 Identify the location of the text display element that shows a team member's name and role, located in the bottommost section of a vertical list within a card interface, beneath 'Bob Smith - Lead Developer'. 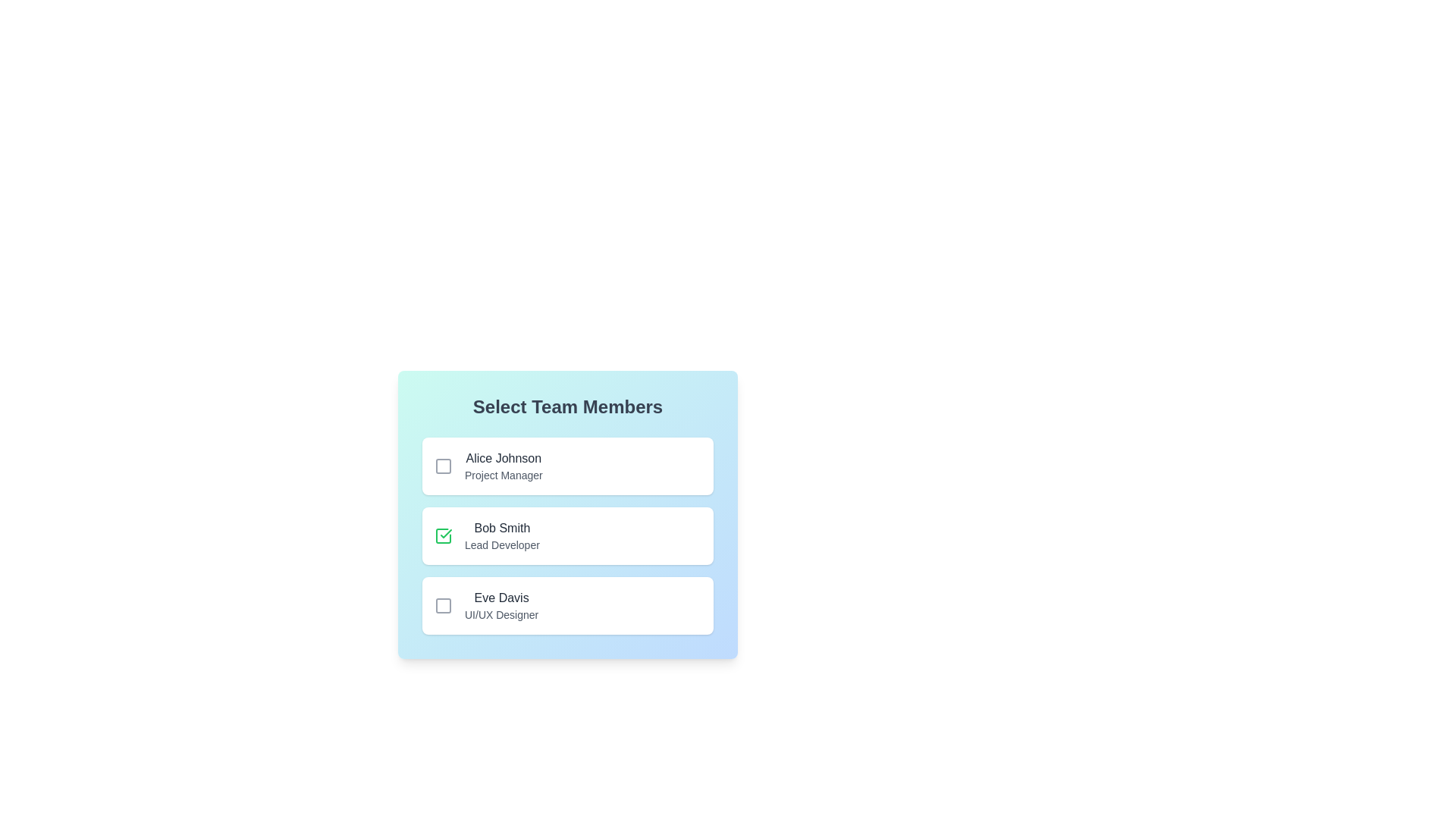
(501, 604).